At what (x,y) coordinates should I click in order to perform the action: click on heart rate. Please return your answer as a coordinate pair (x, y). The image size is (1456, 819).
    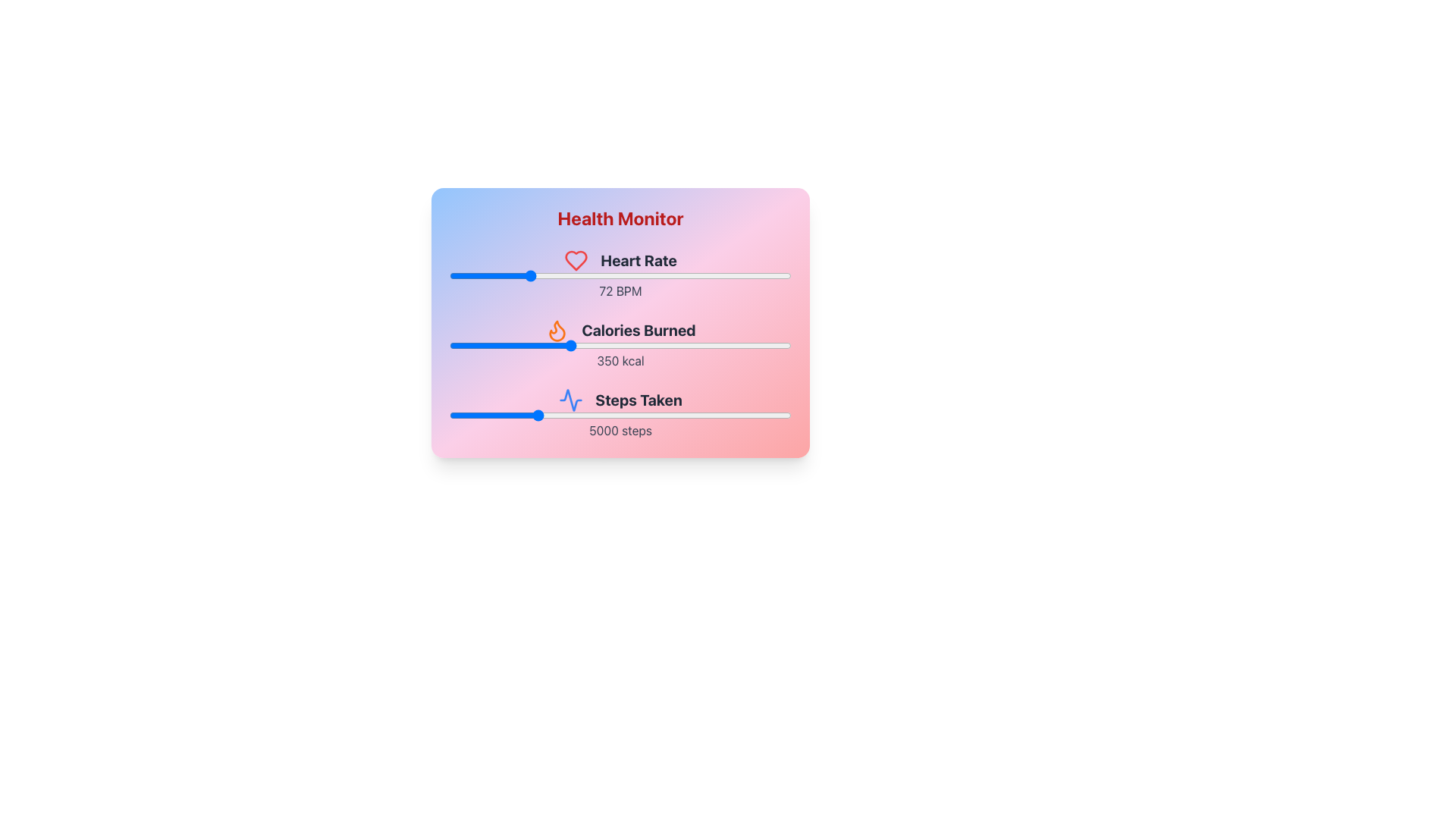
    Looking at the image, I should click on (573, 275).